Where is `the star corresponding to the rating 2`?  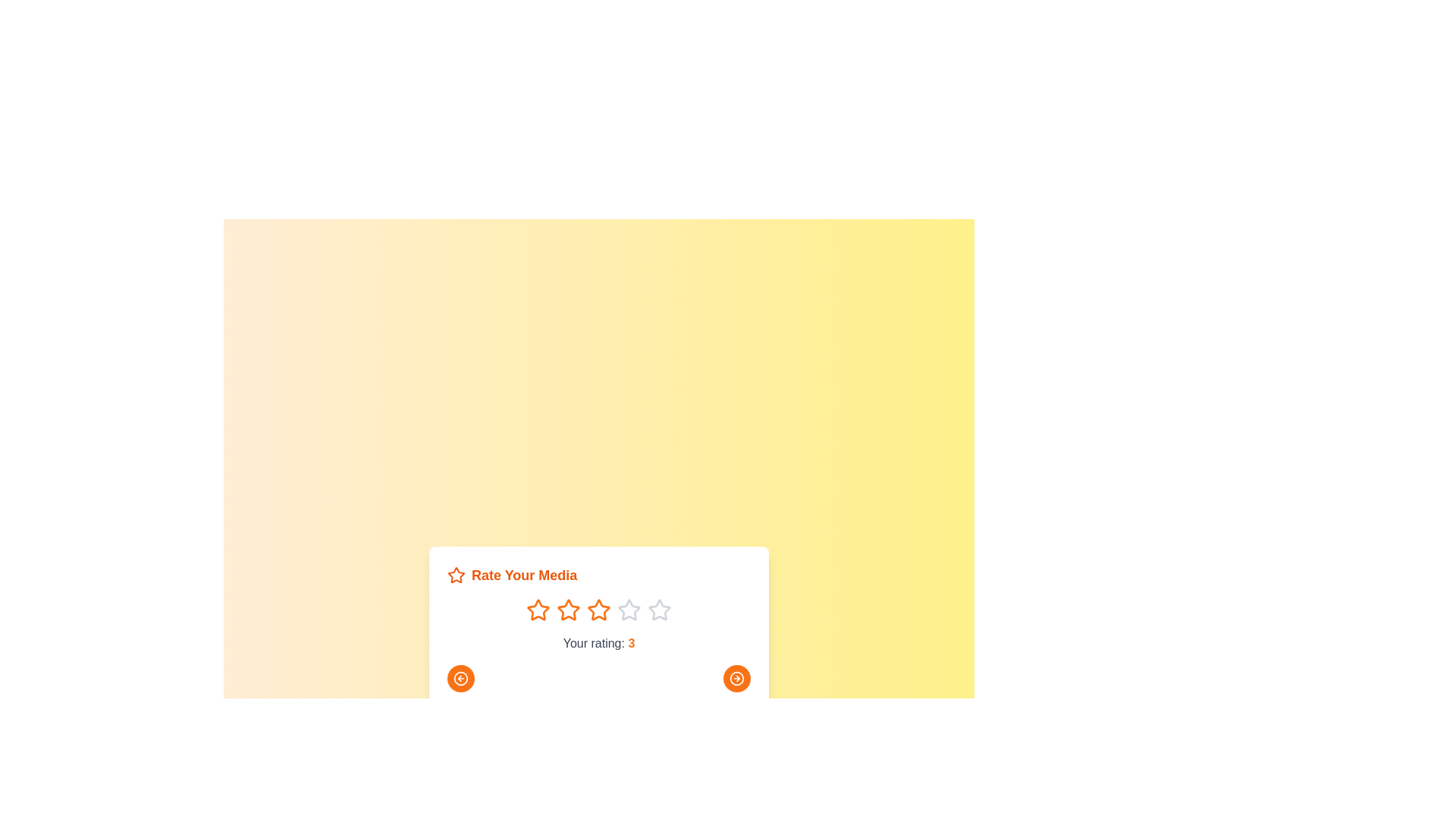 the star corresponding to the rating 2 is located at coordinates (567, 610).